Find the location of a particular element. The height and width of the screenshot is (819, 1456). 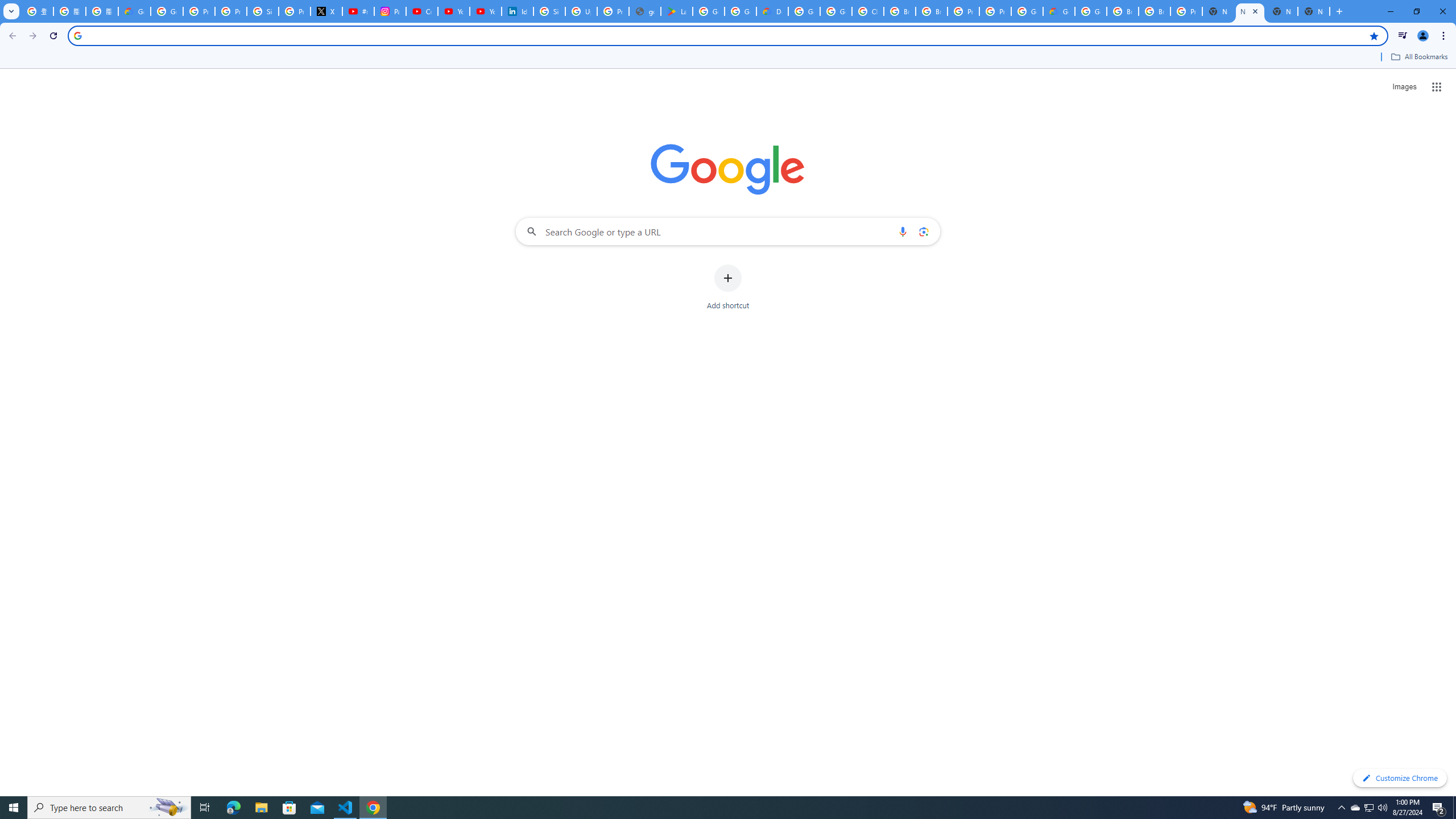

'New Tab' is located at coordinates (1314, 11).